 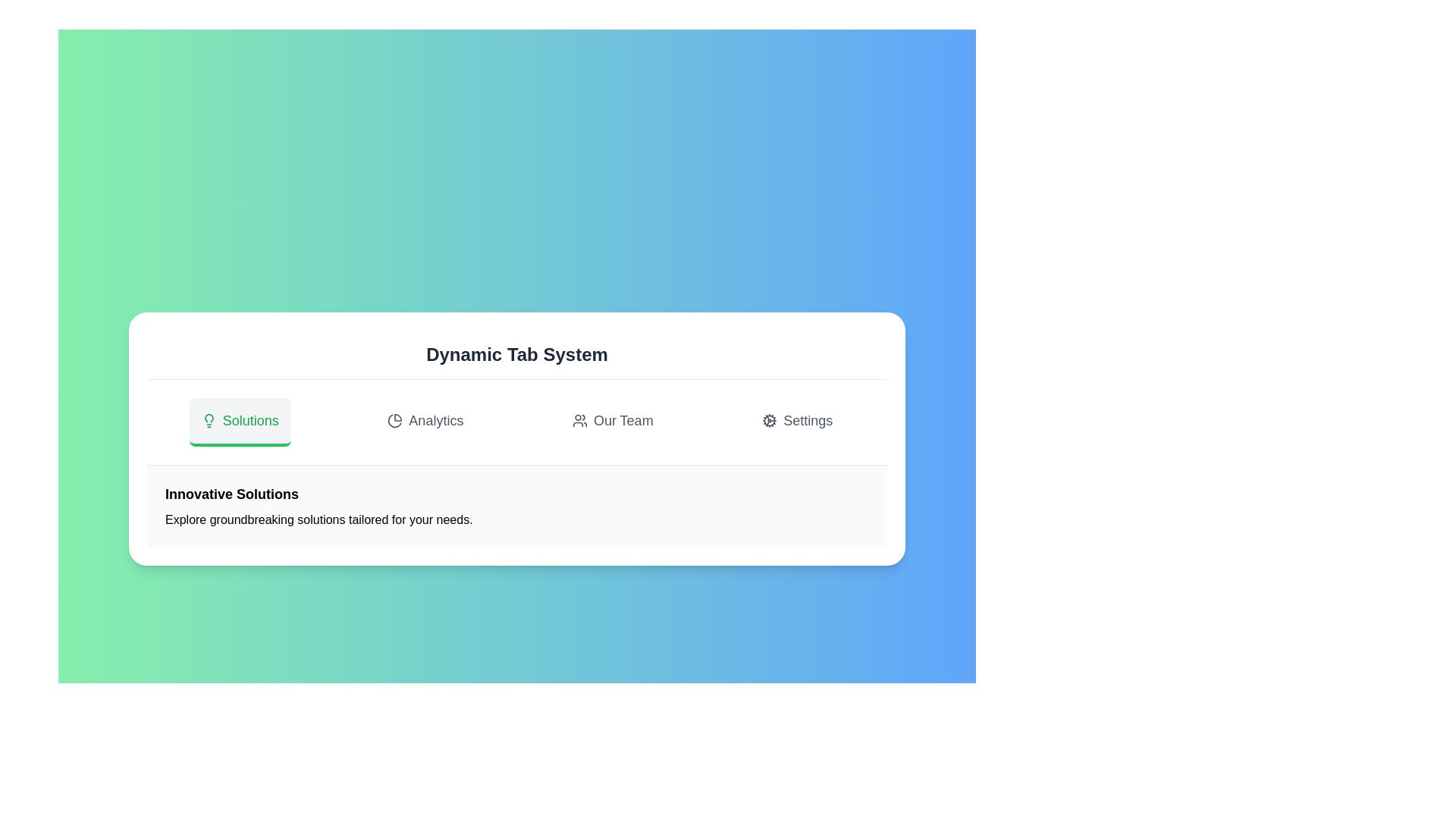 I want to click on the cogwheel icon, which is styled with a circular shape and is located at the far-right side of the section headings, so click(x=770, y=421).